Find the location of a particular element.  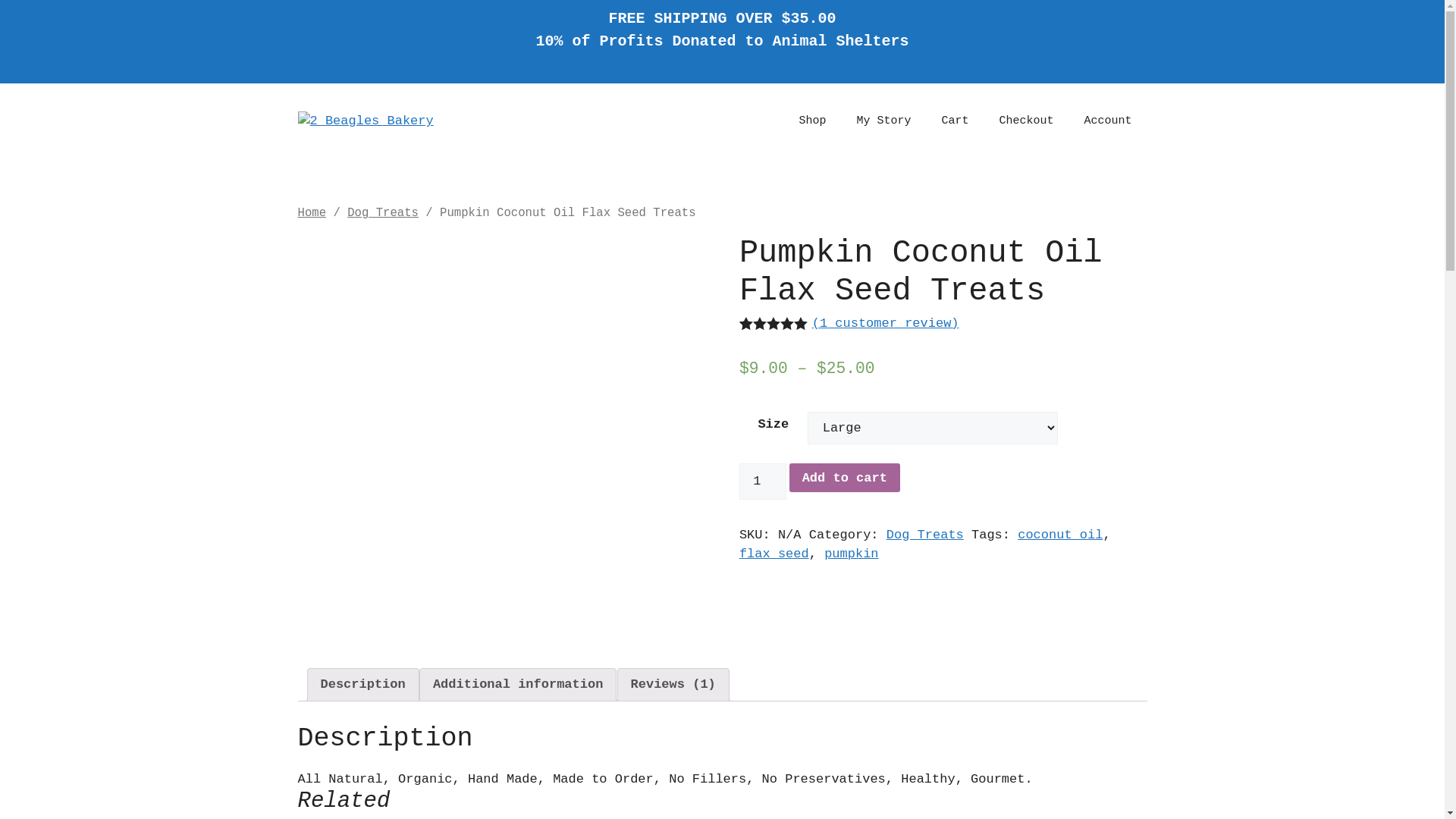

'Shop' is located at coordinates (811, 120).